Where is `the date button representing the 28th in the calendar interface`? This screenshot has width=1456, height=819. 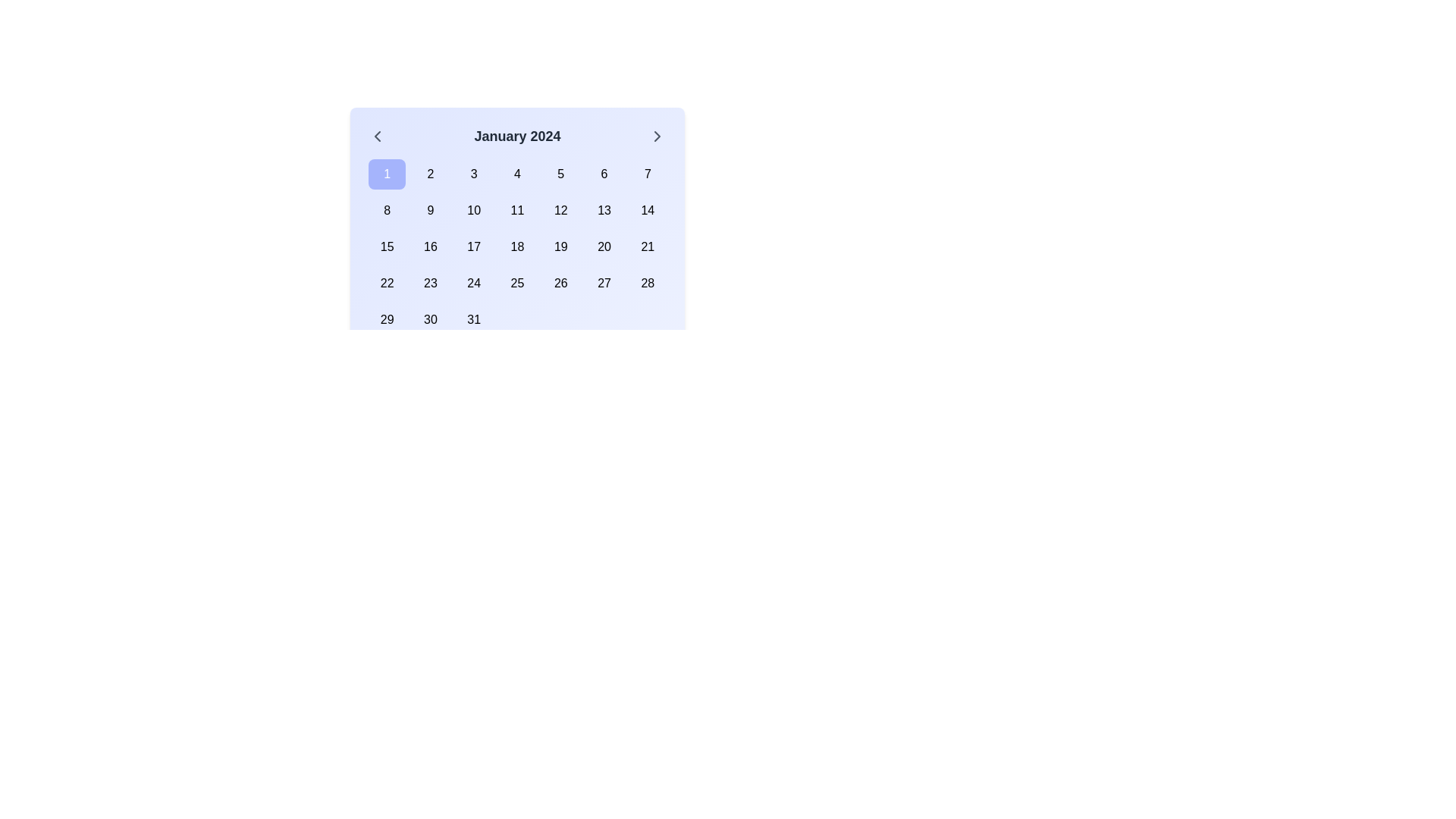 the date button representing the 28th in the calendar interface is located at coordinates (648, 284).